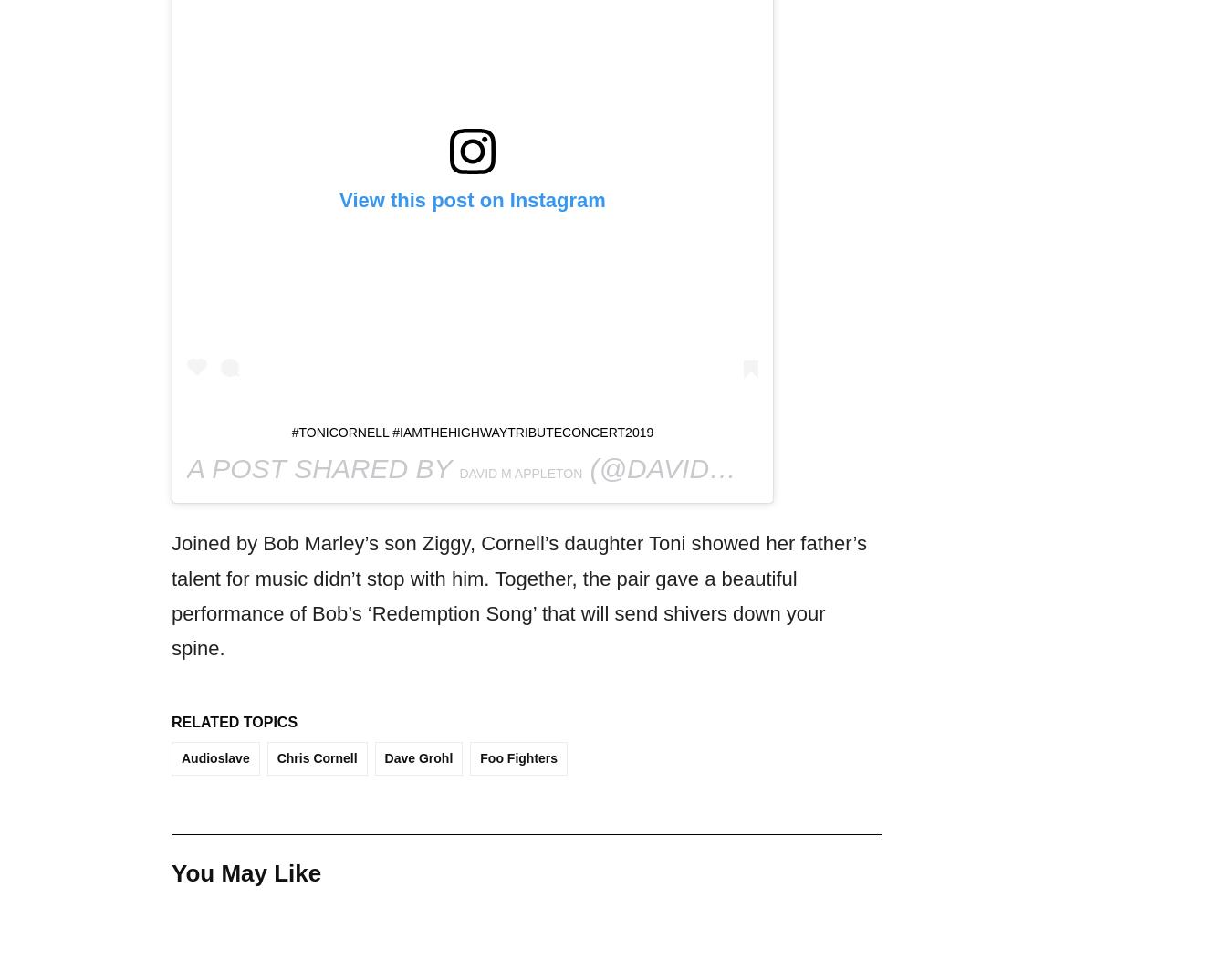 This screenshot has width=1232, height=971. Describe the element at coordinates (234, 722) in the screenshot. I see `'Related Topics'` at that location.